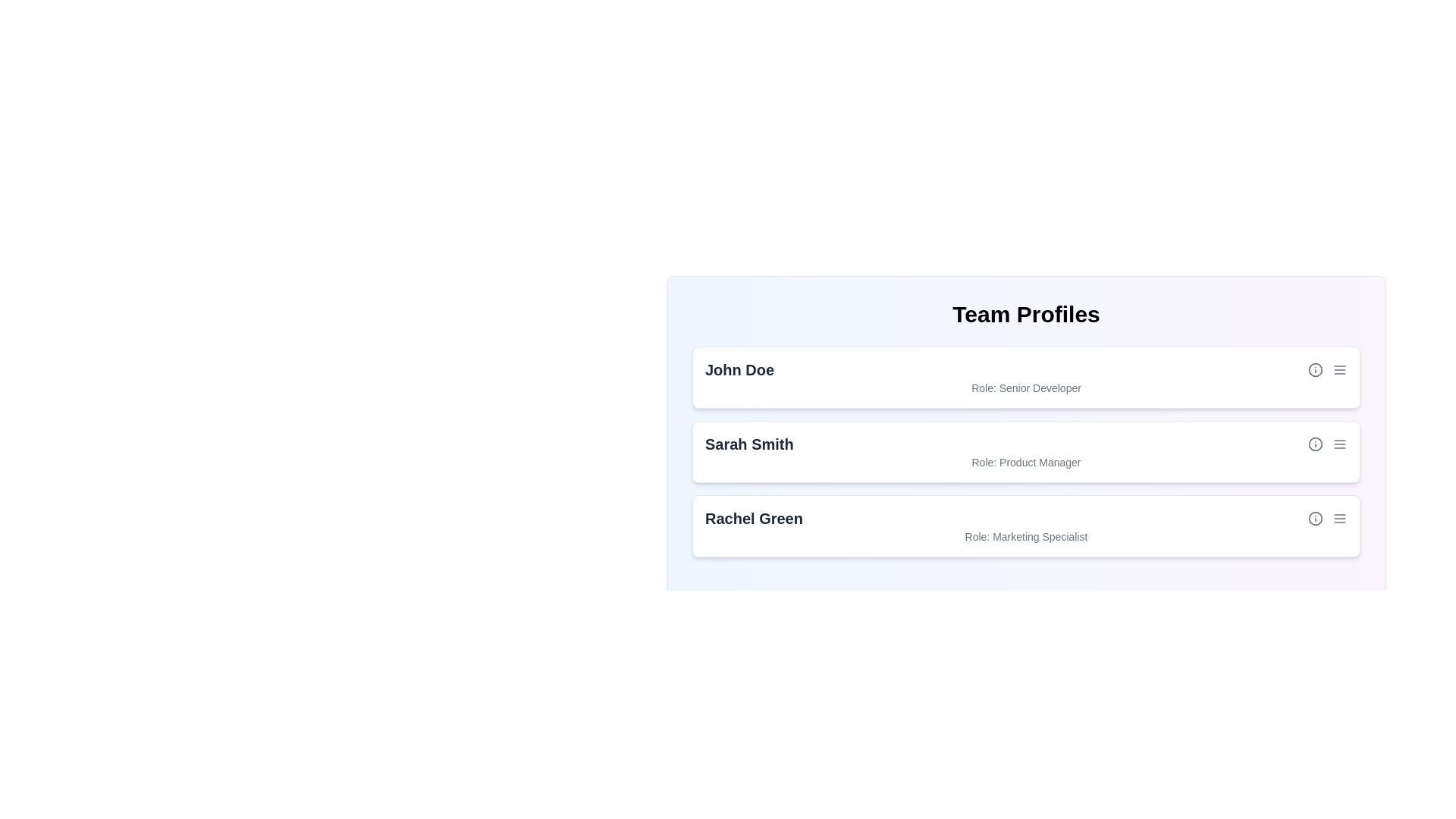 This screenshot has height=819, width=1456. Describe the element at coordinates (1314, 444) in the screenshot. I see `the circular information button with a gray border and white background located in the top-right corner of the second row of the 'Team Profiles' list next to 'Sarah Smith'` at that location.